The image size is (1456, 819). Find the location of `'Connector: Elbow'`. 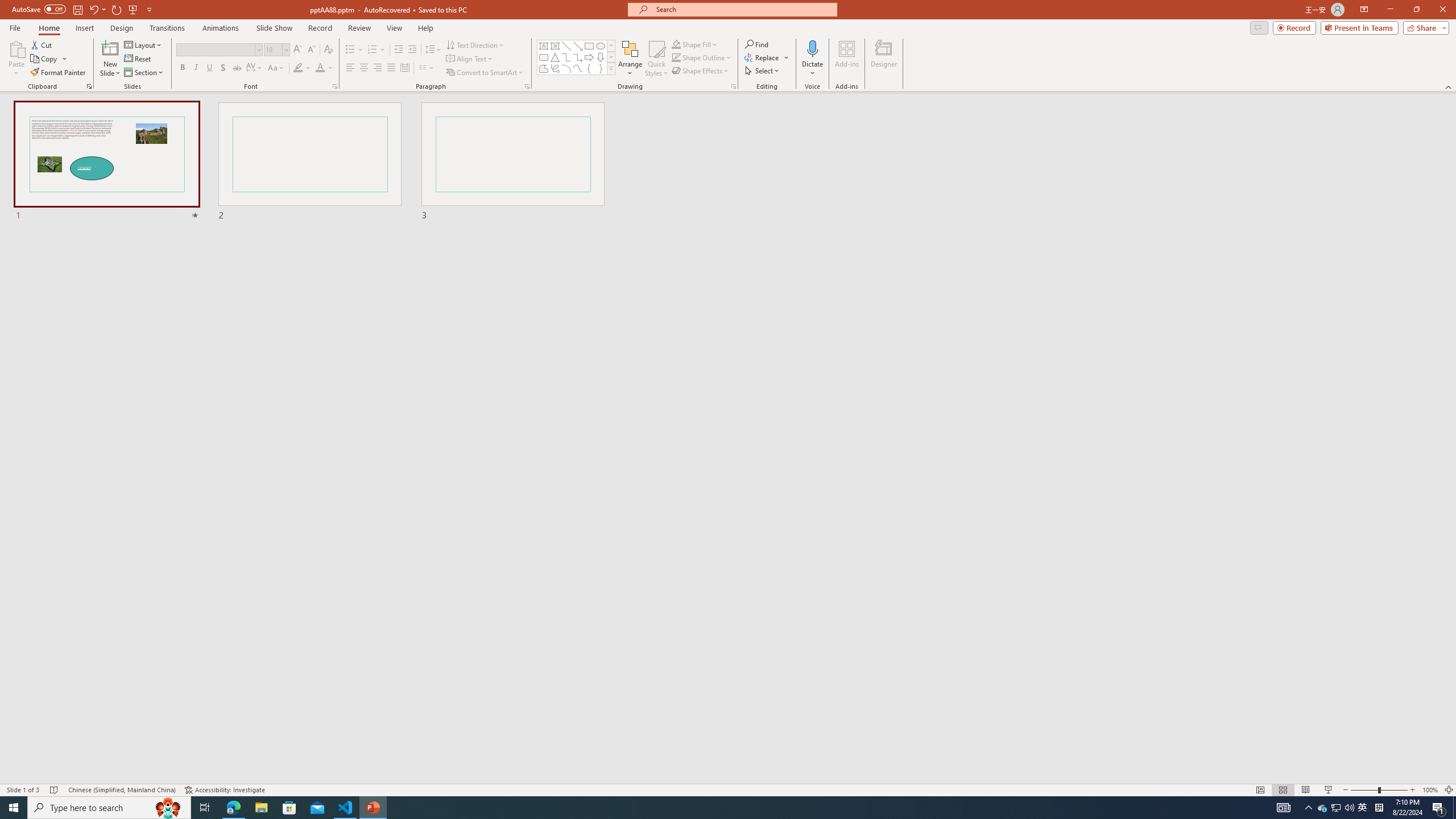

'Connector: Elbow' is located at coordinates (565, 56).